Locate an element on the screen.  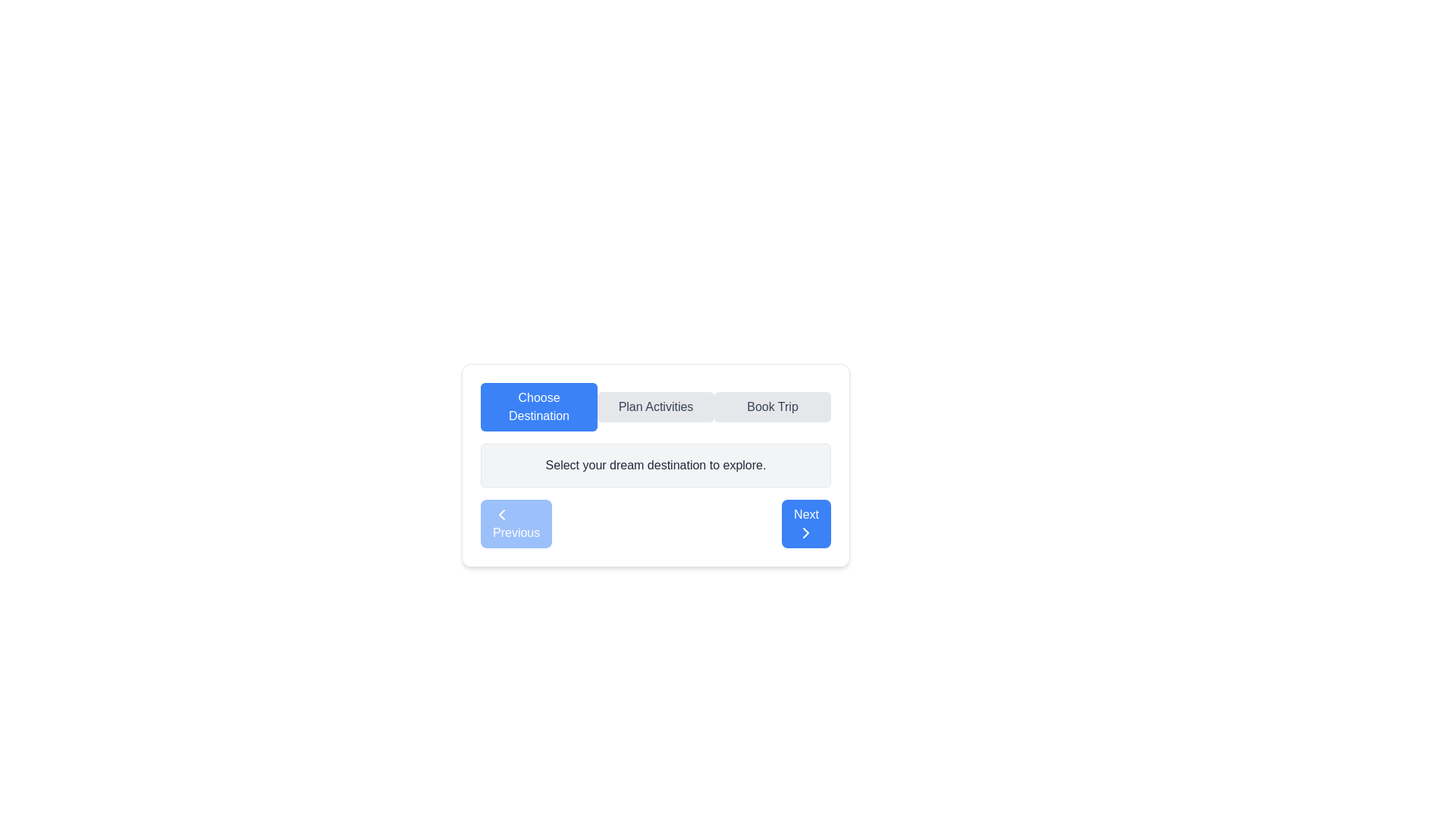
the button group consisting of three buttons: 'Choose Destination' (blue background, white text), 'Plan Activities' (light gray background, dark gray text), and 'Book Trip' (light gray background, dark gray text) is located at coordinates (655, 406).